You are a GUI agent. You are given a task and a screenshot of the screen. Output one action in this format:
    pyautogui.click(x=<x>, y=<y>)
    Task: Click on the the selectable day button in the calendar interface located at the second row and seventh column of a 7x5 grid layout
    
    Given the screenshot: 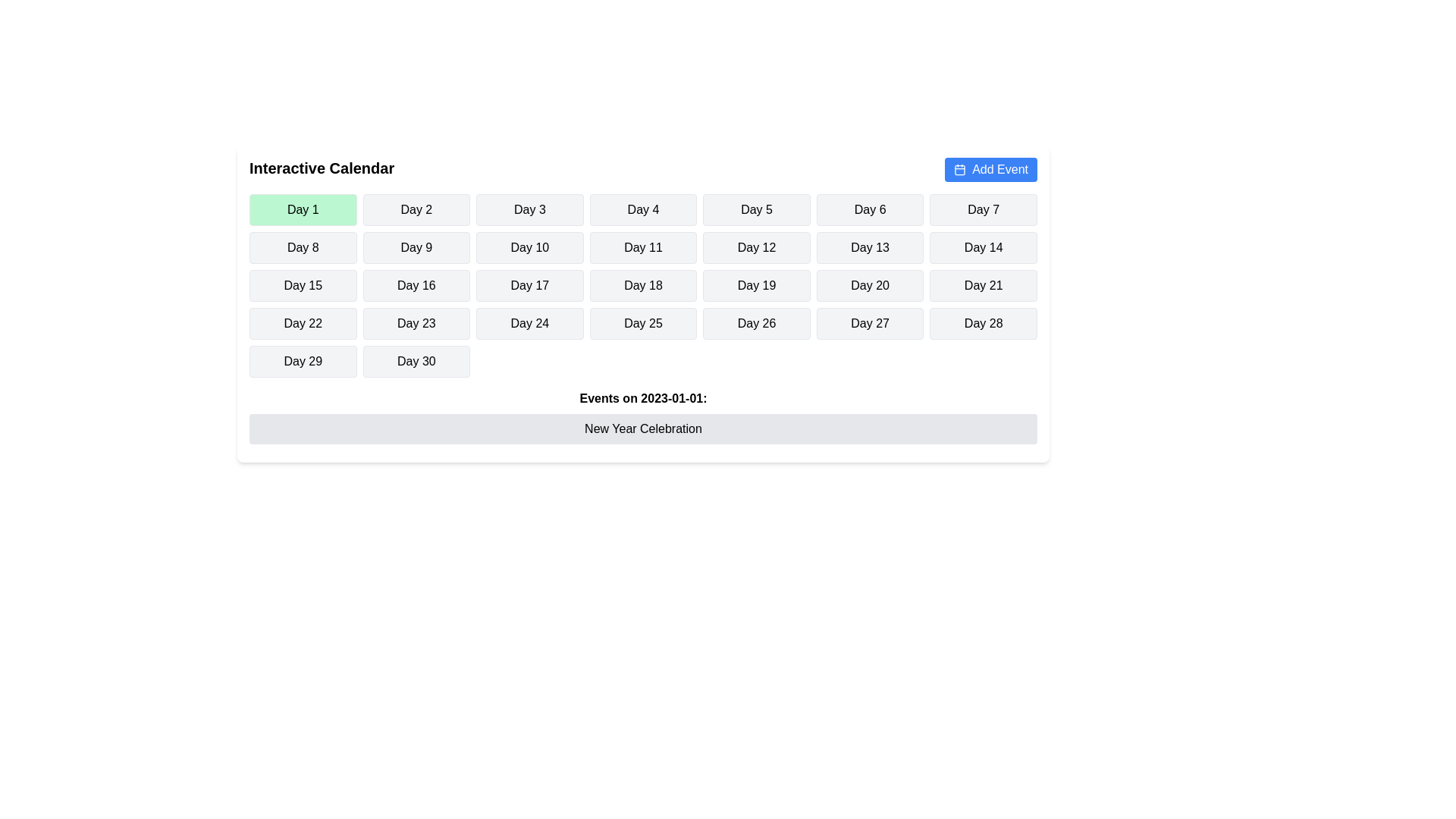 What is the action you would take?
    pyautogui.click(x=984, y=247)
    